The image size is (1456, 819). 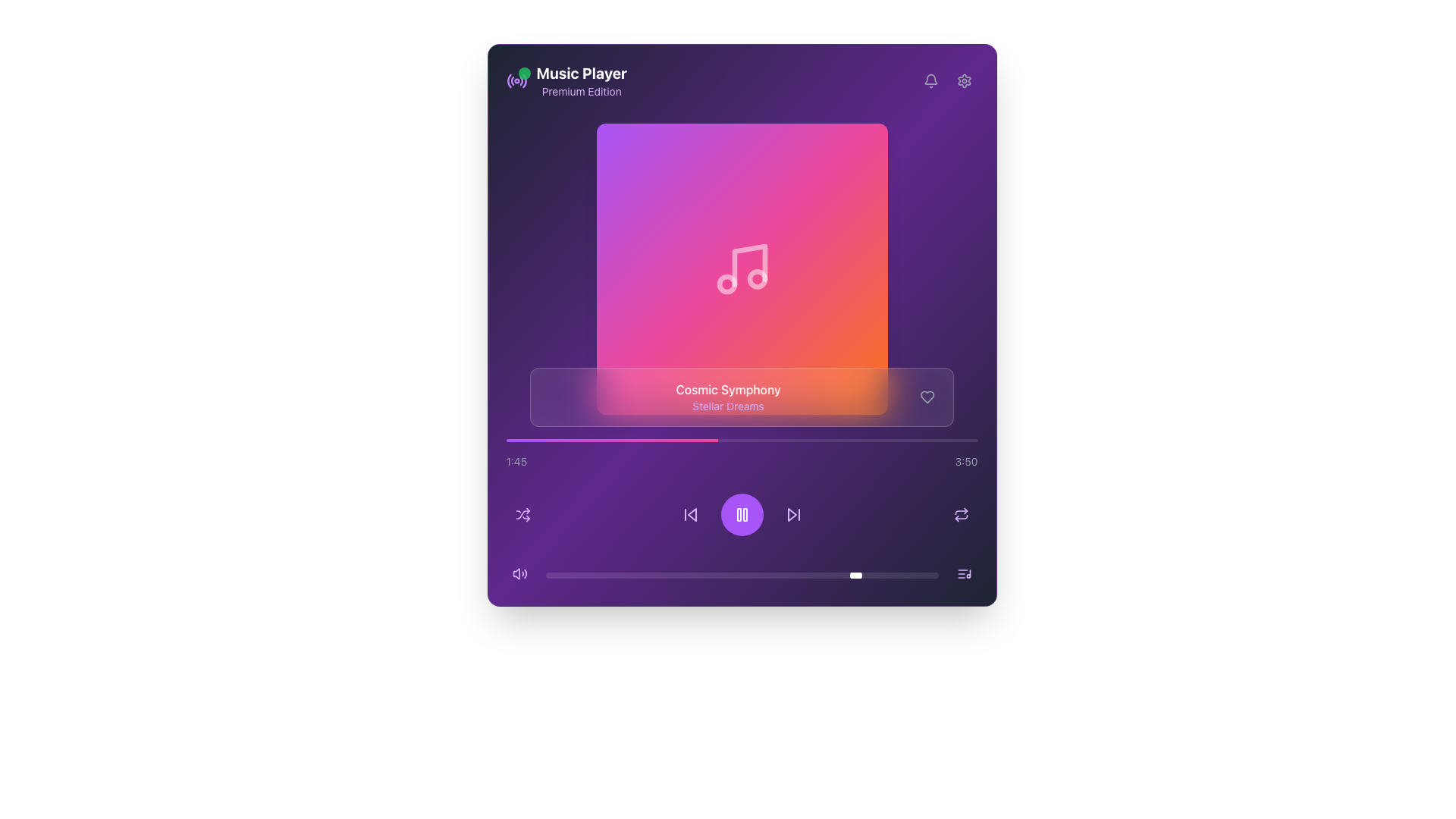 I want to click on the repeat button located at the bottom right of the media player interface, so click(x=960, y=513).